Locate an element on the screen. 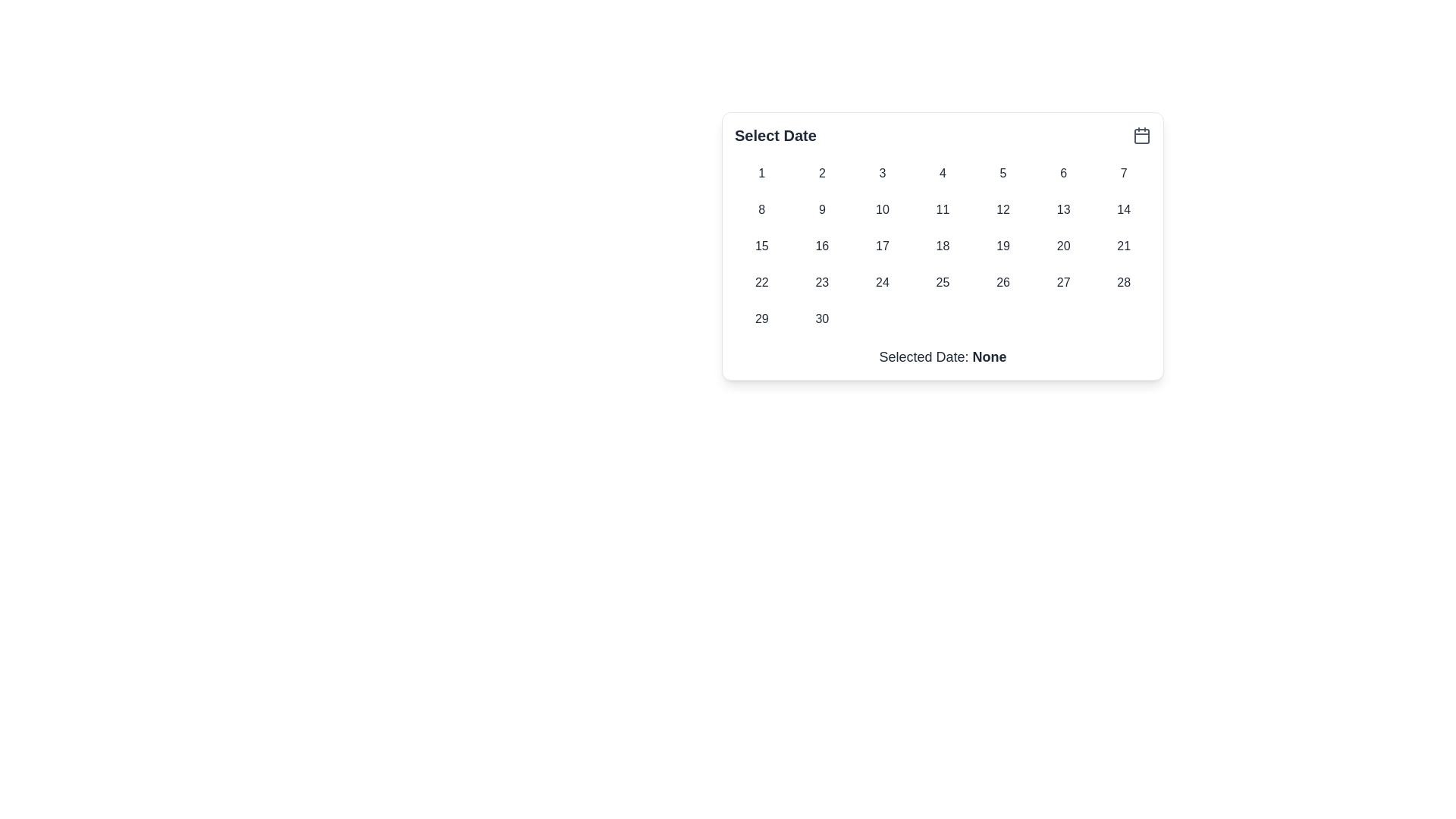 The width and height of the screenshot is (1456, 819). the button representing the 15th day in the calendar date-picker interface is located at coordinates (761, 245).